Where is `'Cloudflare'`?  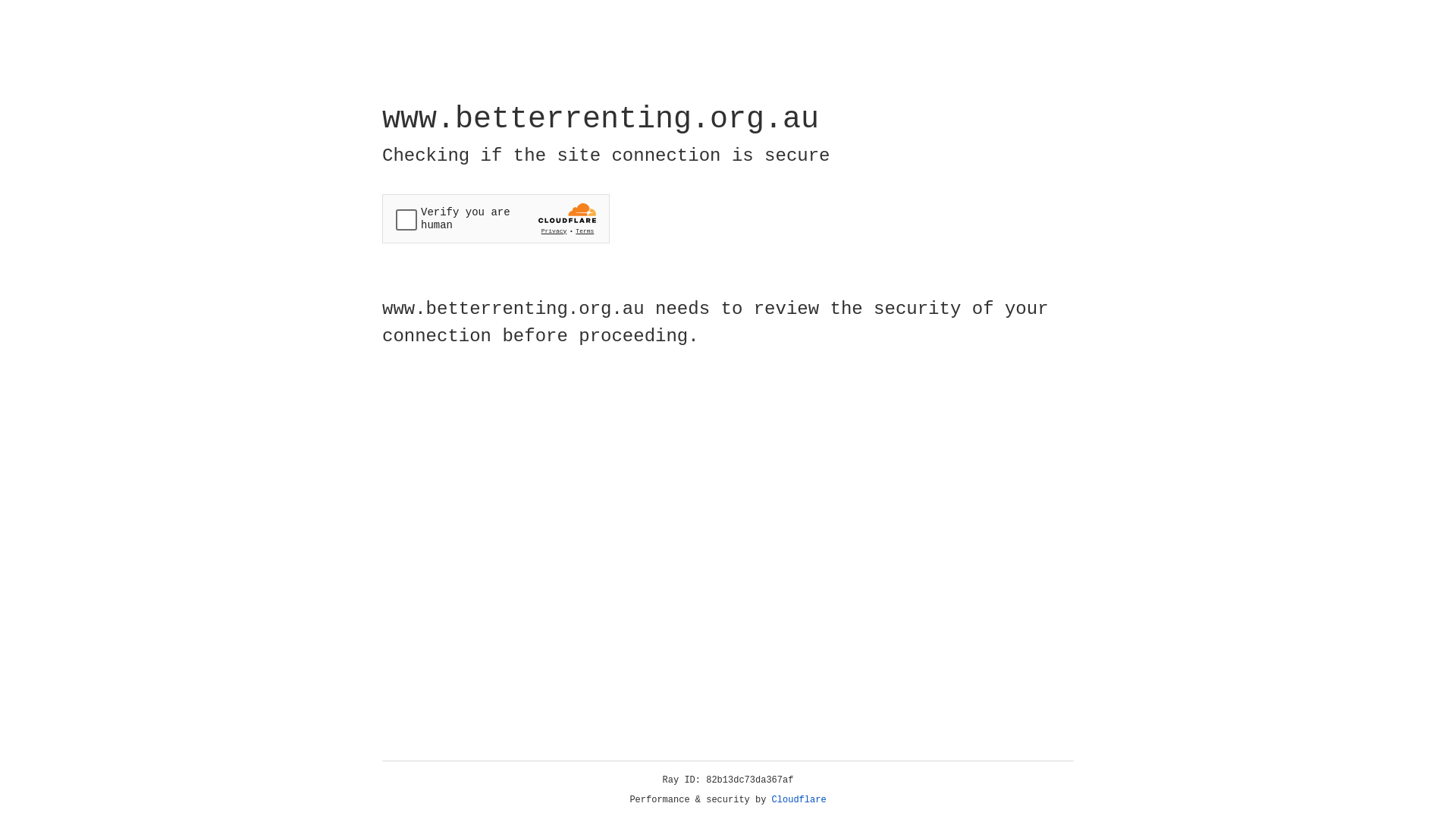
'Cloudflare' is located at coordinates (771, 799).